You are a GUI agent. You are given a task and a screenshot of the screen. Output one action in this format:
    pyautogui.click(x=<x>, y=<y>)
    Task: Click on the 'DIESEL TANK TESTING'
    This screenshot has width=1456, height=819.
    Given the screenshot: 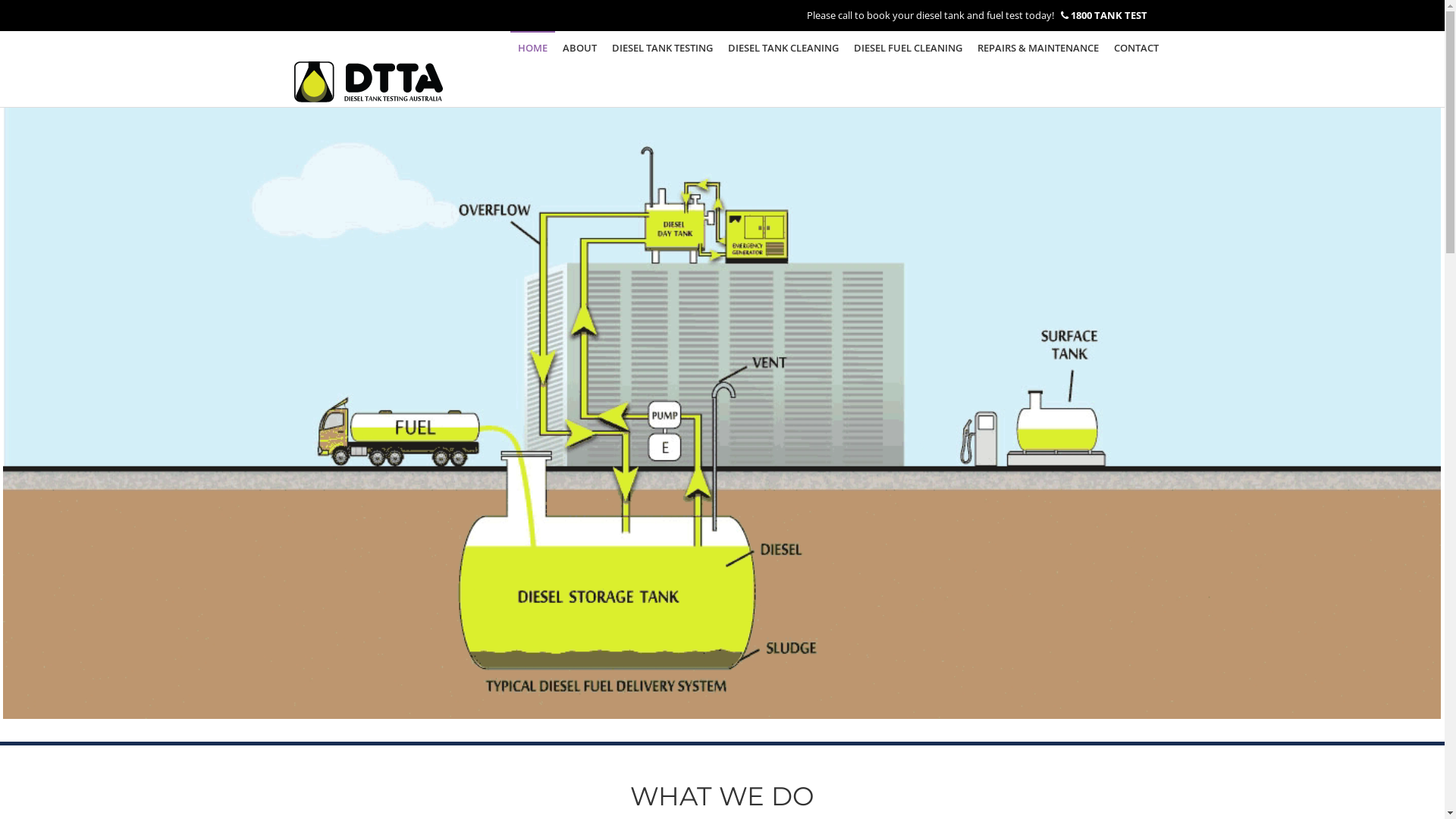 What is the action you would take?
    pyautogui.click(x=661, y=46)
    